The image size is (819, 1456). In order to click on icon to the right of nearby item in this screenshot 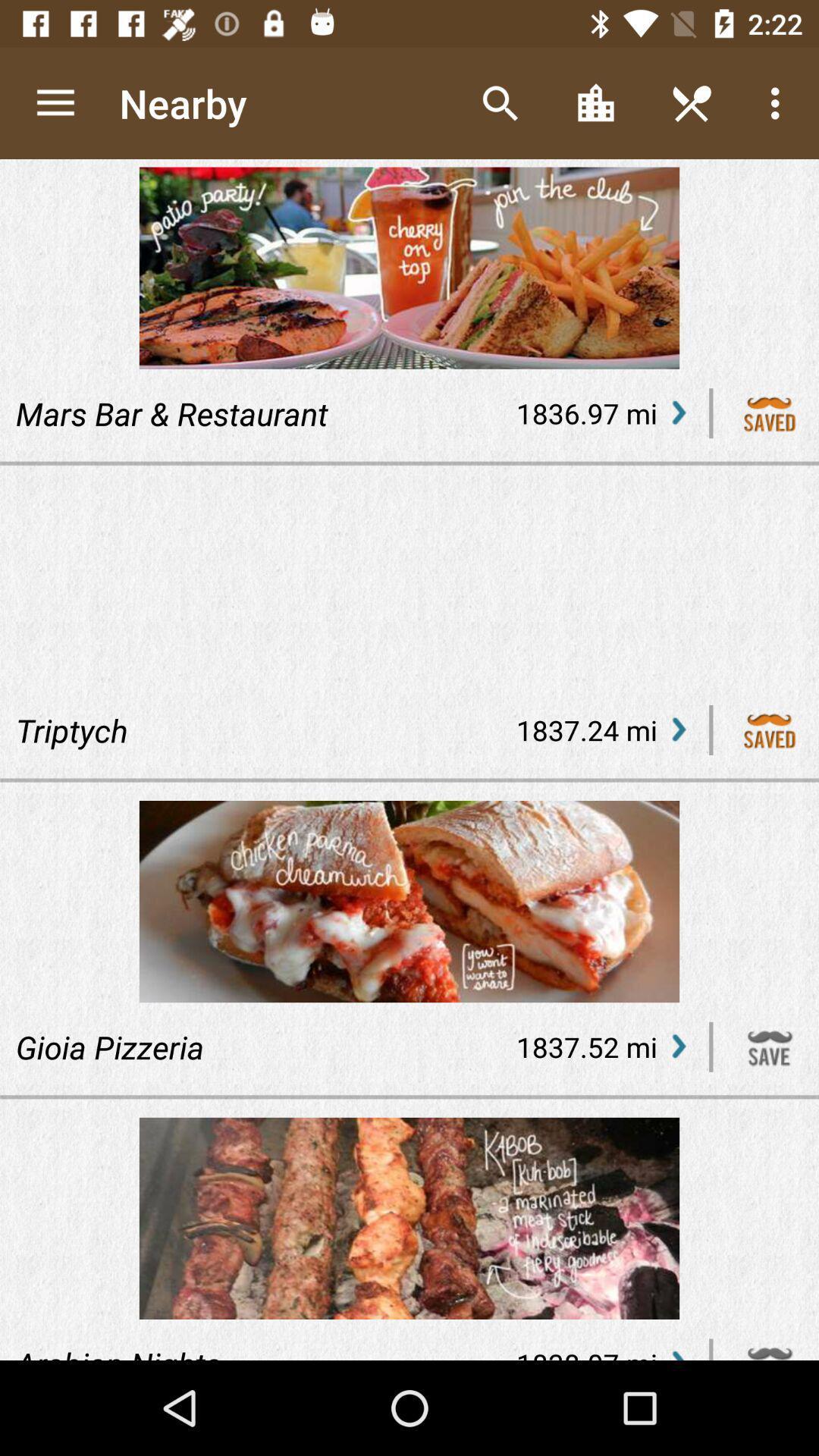, I will do `click(500, 102)`.